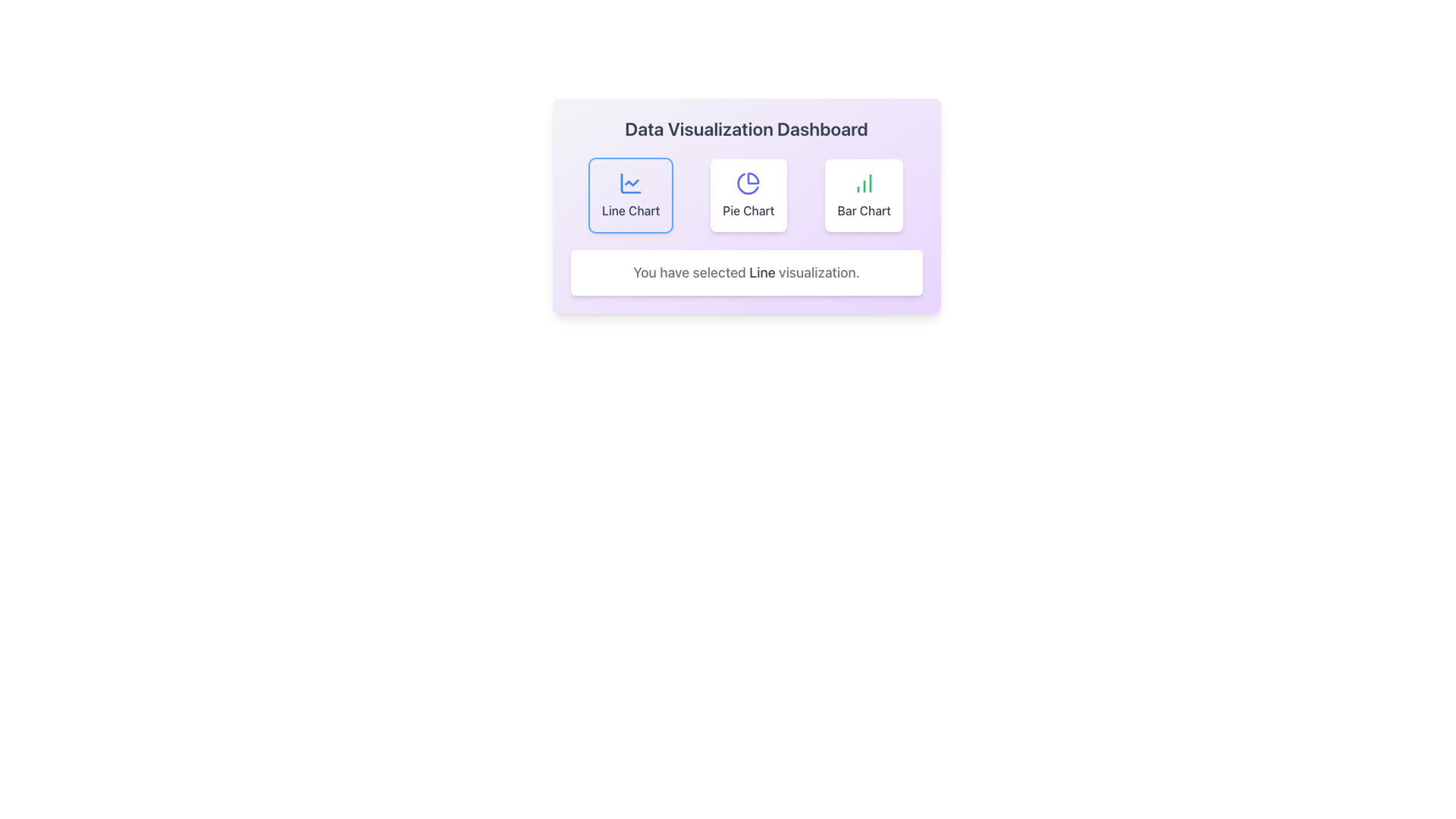 The width and height of the screenshot is (1456, 819). Describe the element at coordinates (630, 195) in the screenshot. I see `the 'Line Chart' option button, which is a rectangular card featuring a blue line chart icon and the label 'Line Chart' below it, positioned as the first element in a horizontal row of chart options` at that location.